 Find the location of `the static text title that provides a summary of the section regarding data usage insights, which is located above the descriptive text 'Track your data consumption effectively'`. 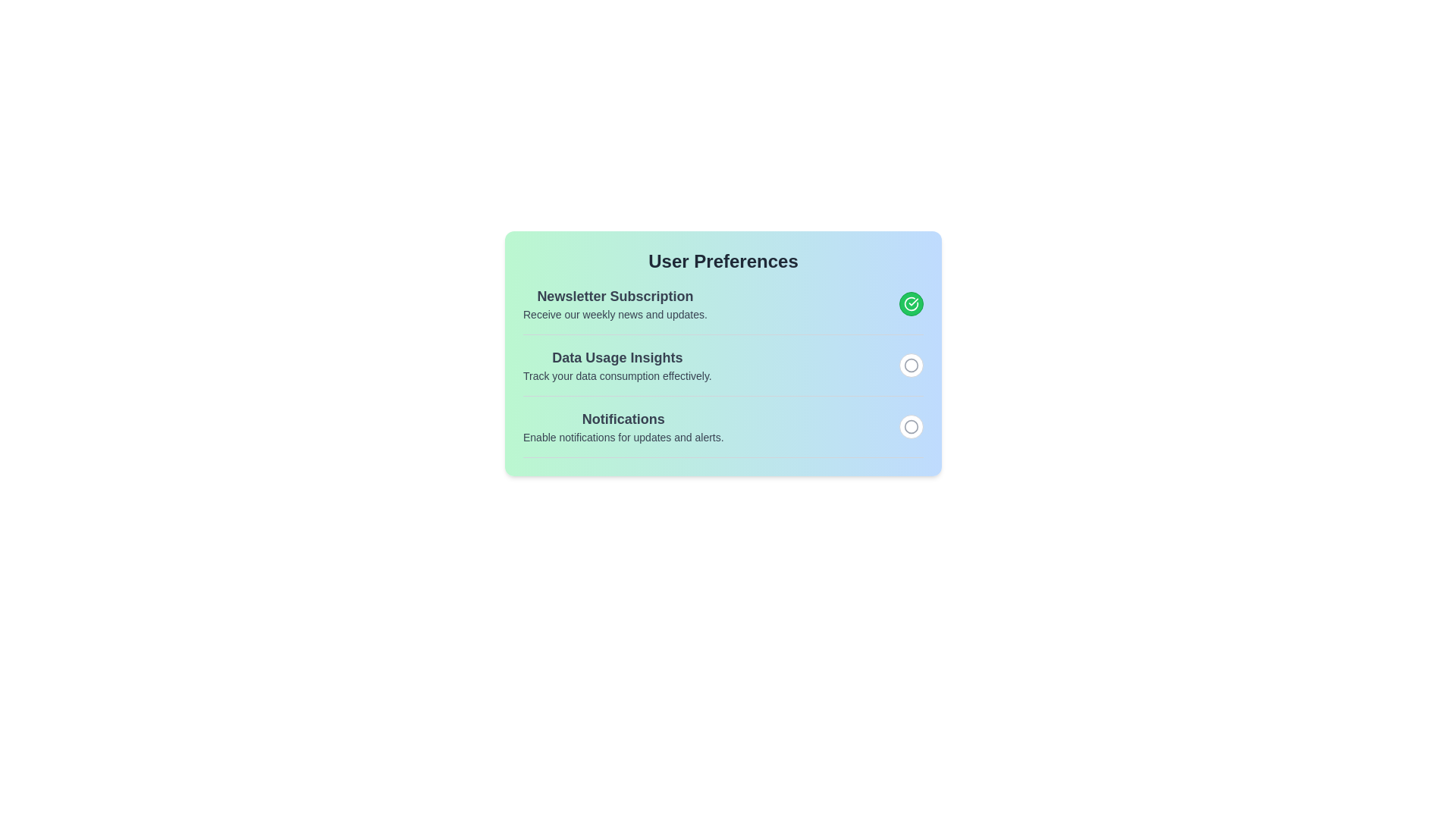

the static text title that provides a summary of the section regarding data usage insights, which is located above the descriptive text 'Track your data consumption effectively' is located at coordinates (617, 357).